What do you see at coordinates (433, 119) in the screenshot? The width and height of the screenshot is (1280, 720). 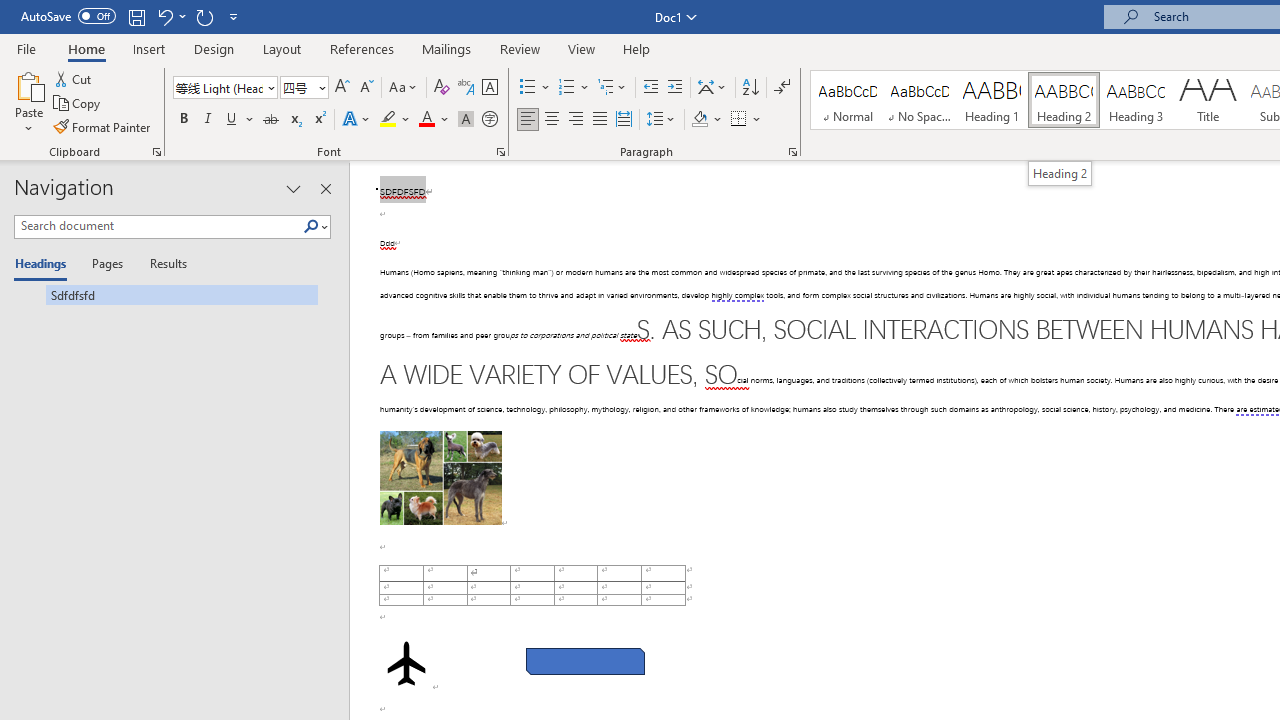 I see `'Font Color'` at bounding box center [433, 119].